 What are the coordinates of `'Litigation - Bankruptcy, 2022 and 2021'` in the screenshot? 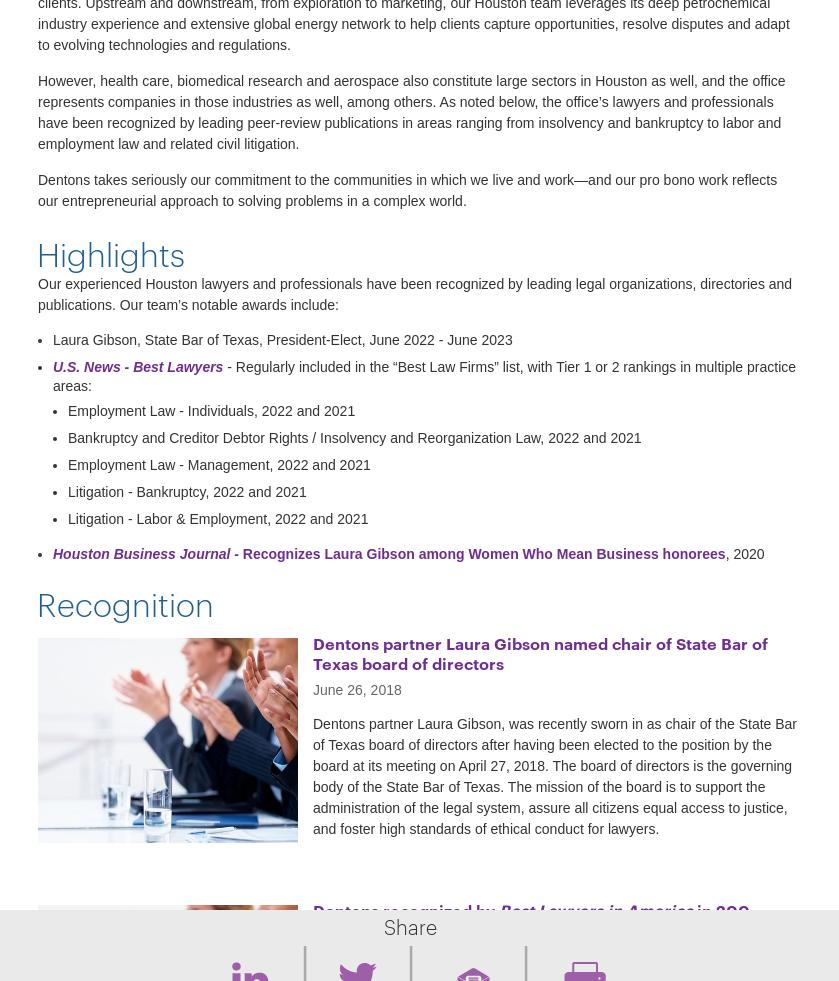 It's located at (187, 489).